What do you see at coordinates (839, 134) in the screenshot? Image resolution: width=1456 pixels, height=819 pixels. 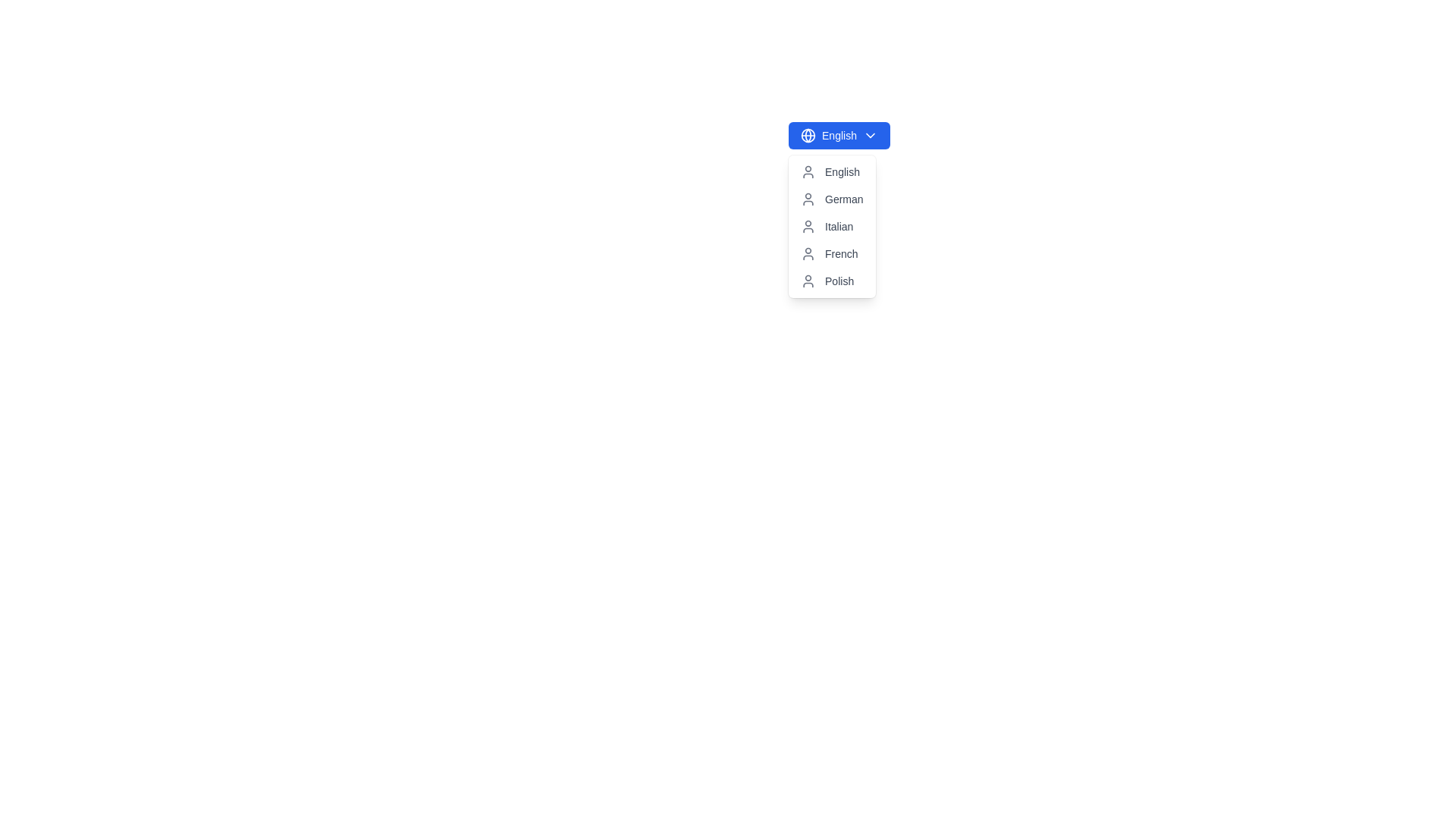 I see `the blue button labeled 'English' with a globe icon on the left and a downward-facing chevron on the right to apply hover effects` at bounding box center [839, 134].